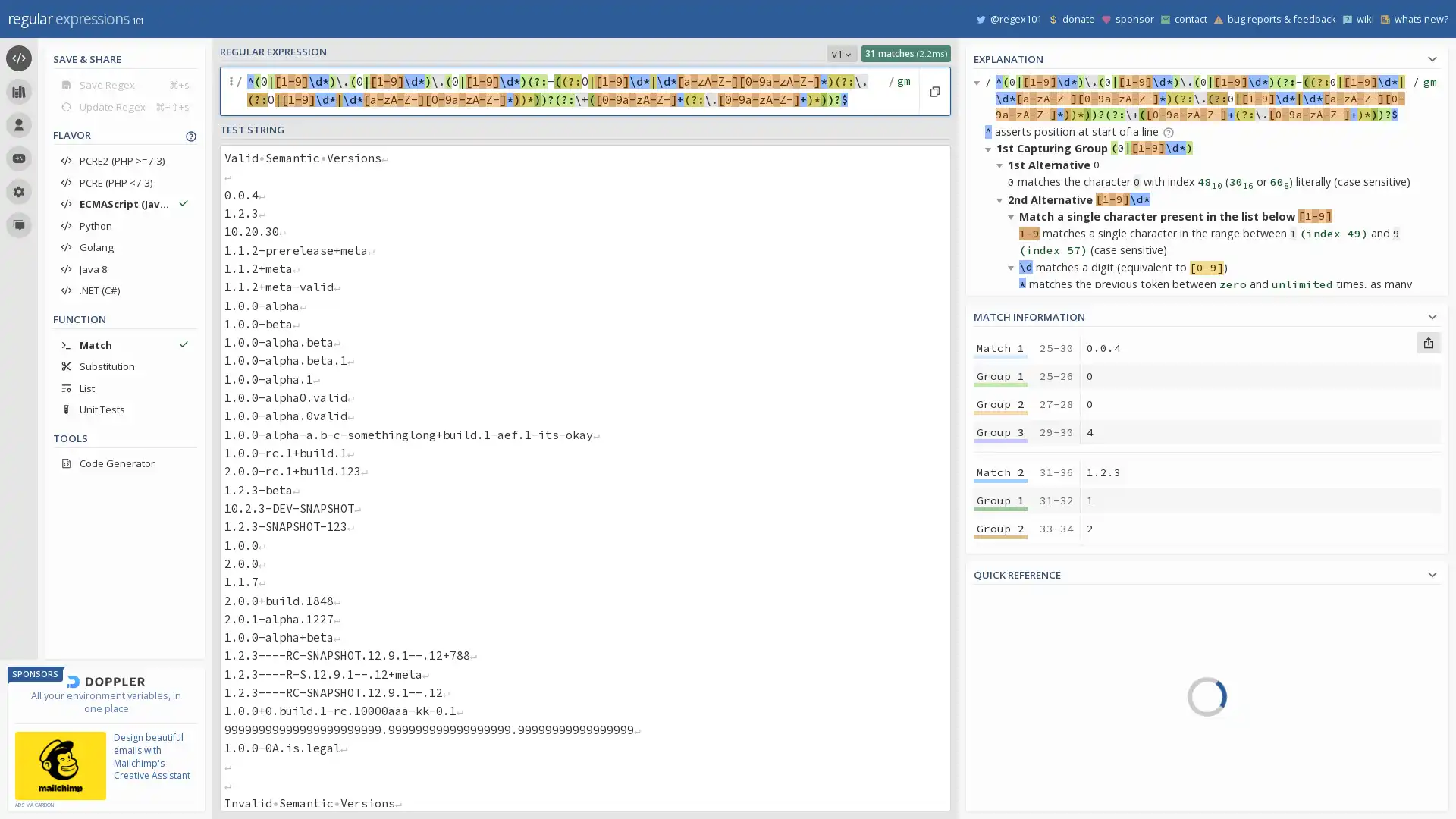 The width and height of the screenshot is (1456, 819). What do you see at coordinates (1044, 694) in the screenshot?
I see `Anchors` at bounding box center [1044, 694].